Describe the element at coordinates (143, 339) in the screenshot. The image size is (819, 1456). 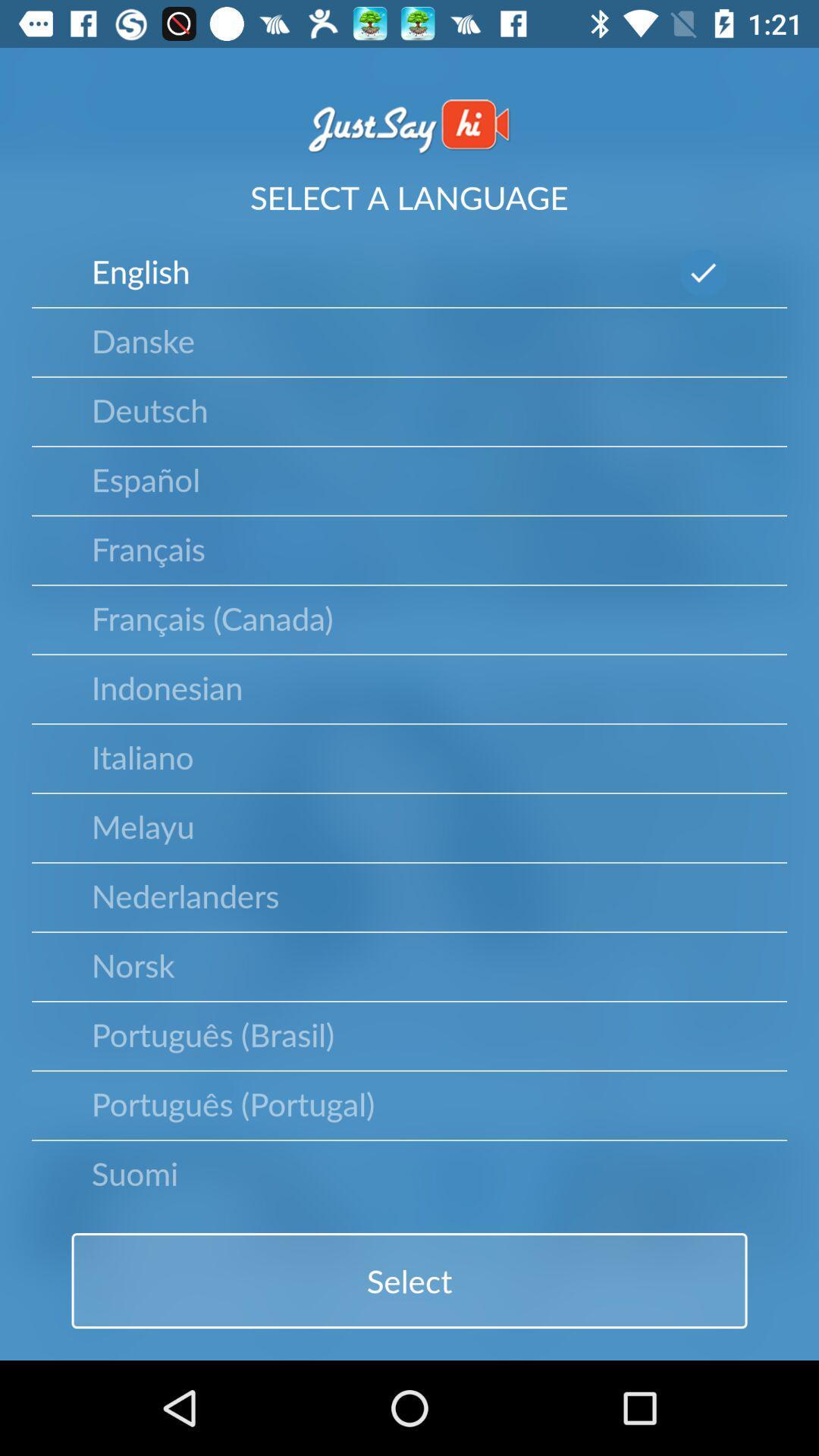
I see `the icon below the english icon` at that location.